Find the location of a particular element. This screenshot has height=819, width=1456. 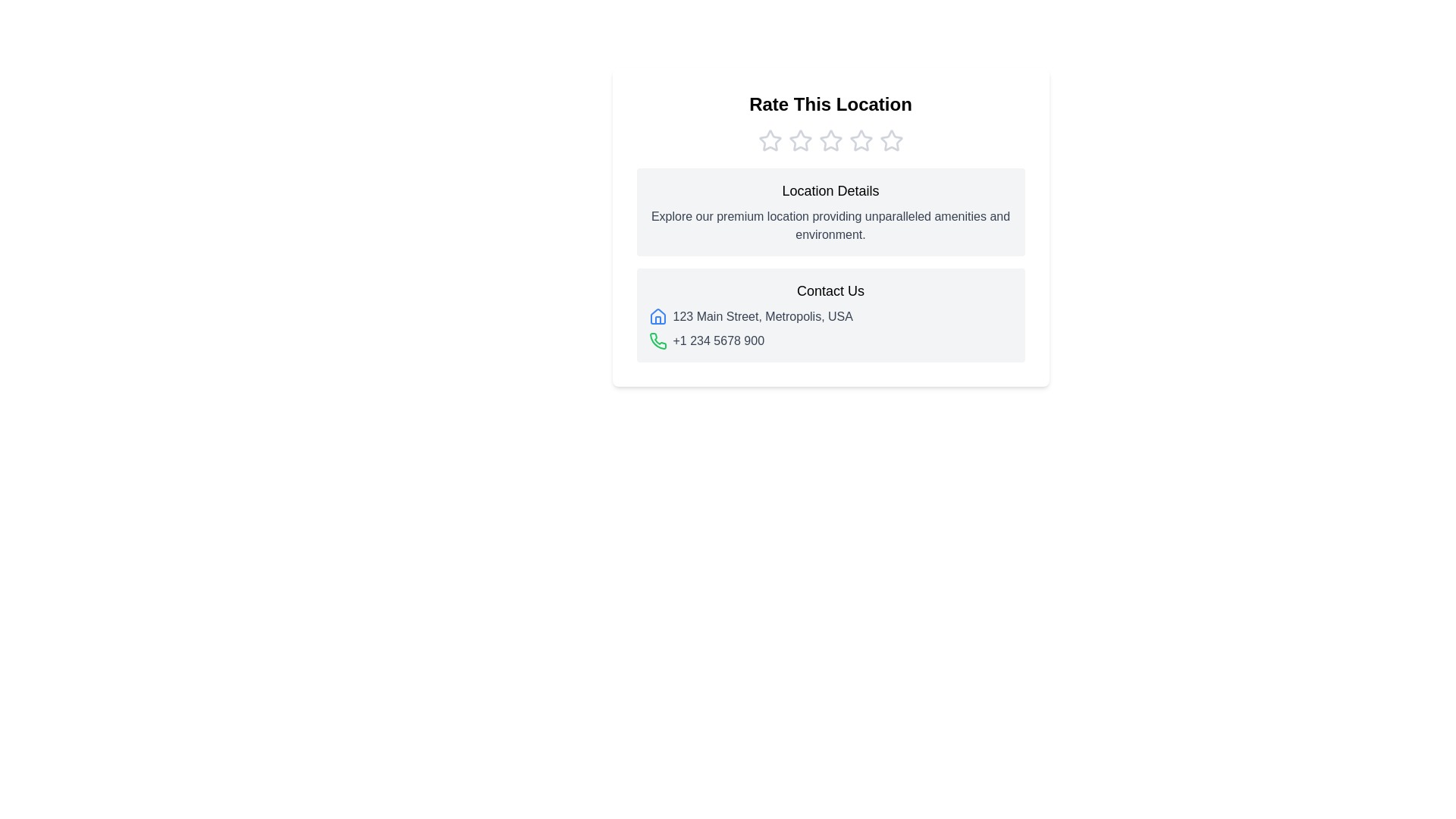

the second star is located at coordinates (799, 140).